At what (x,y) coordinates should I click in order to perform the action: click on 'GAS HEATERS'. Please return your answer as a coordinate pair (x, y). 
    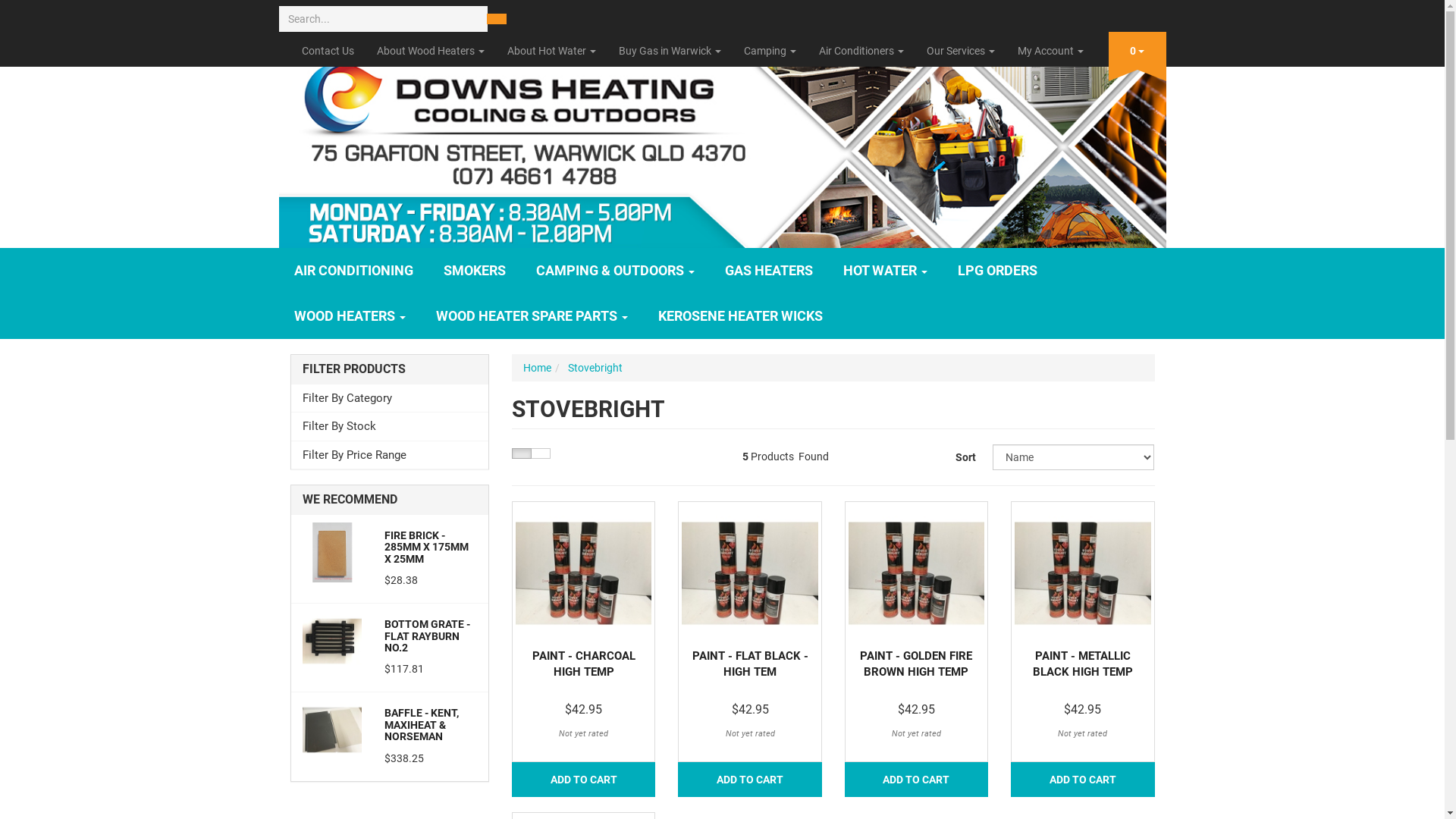
    Looking at the image, I should click on (768, 270).